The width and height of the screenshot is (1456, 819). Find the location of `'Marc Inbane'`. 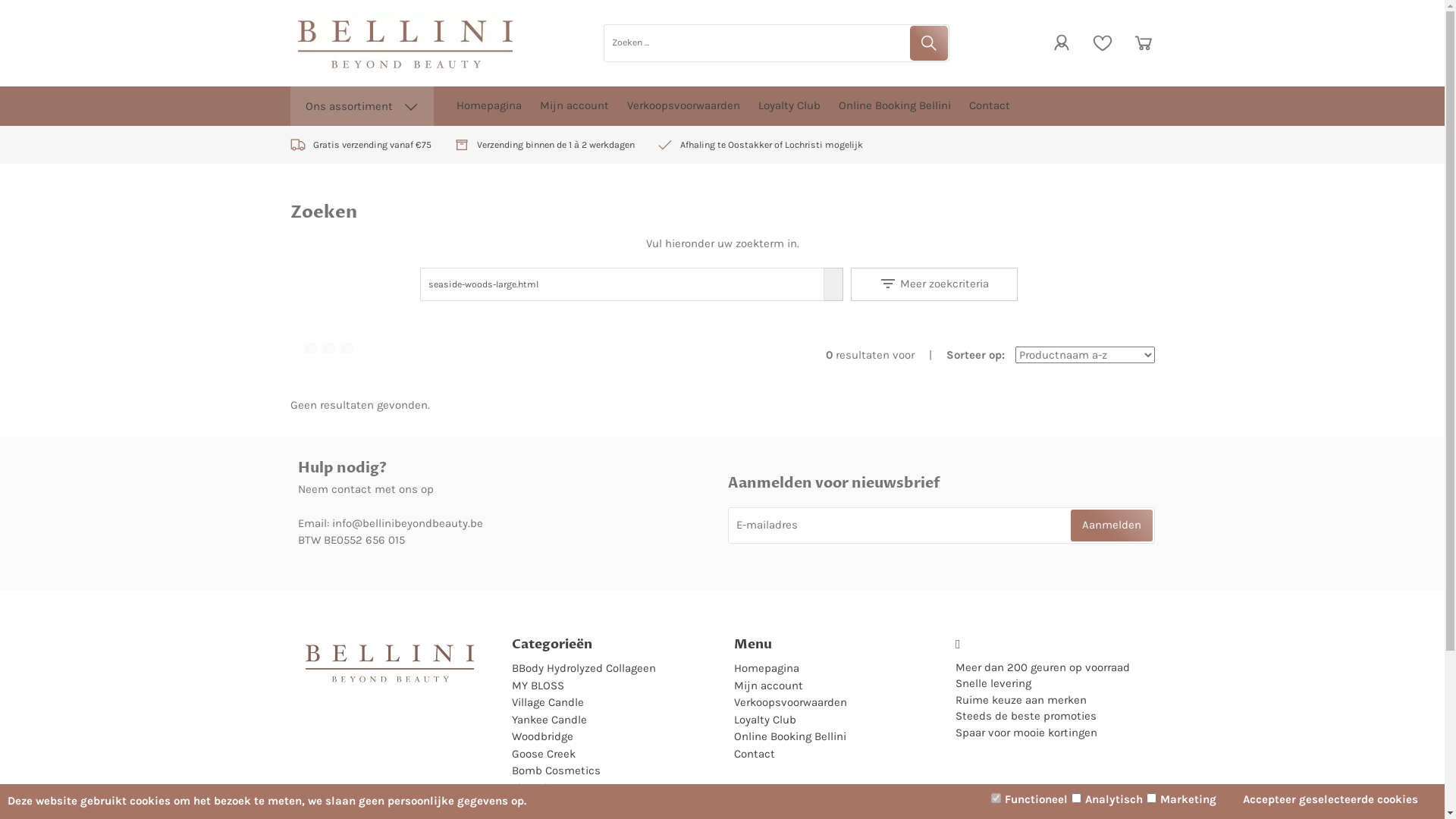

'Marc Inbane' is located at coordinates (544, 803).